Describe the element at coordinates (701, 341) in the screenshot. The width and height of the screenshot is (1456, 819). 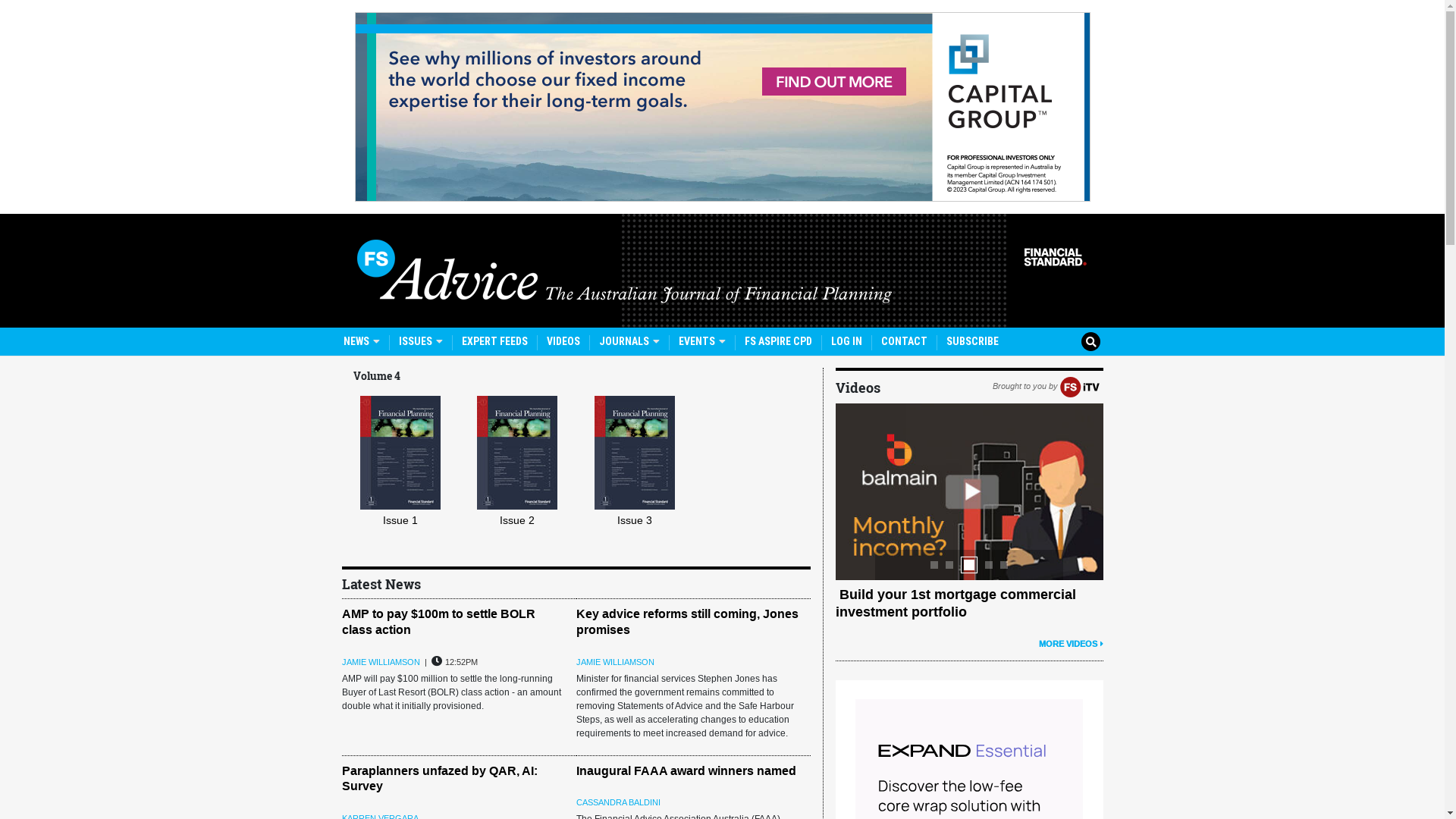
I see `'EVENTS'` at that location.